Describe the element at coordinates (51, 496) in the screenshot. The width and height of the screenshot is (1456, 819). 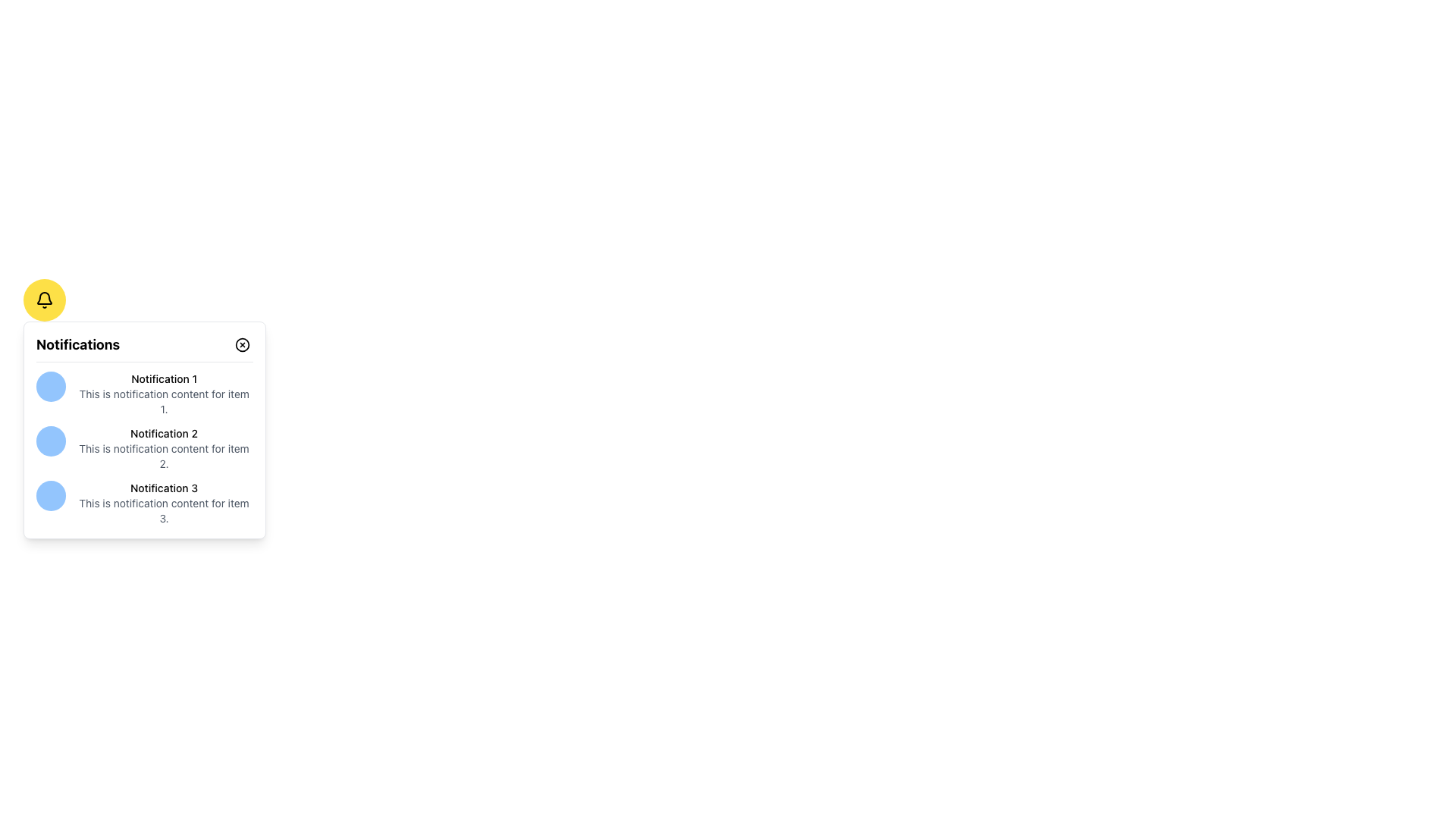
I see `the static visual indicator for the bottom-most notification entry, which visually distinguishes 'Notification 3' from other entries` at that location.